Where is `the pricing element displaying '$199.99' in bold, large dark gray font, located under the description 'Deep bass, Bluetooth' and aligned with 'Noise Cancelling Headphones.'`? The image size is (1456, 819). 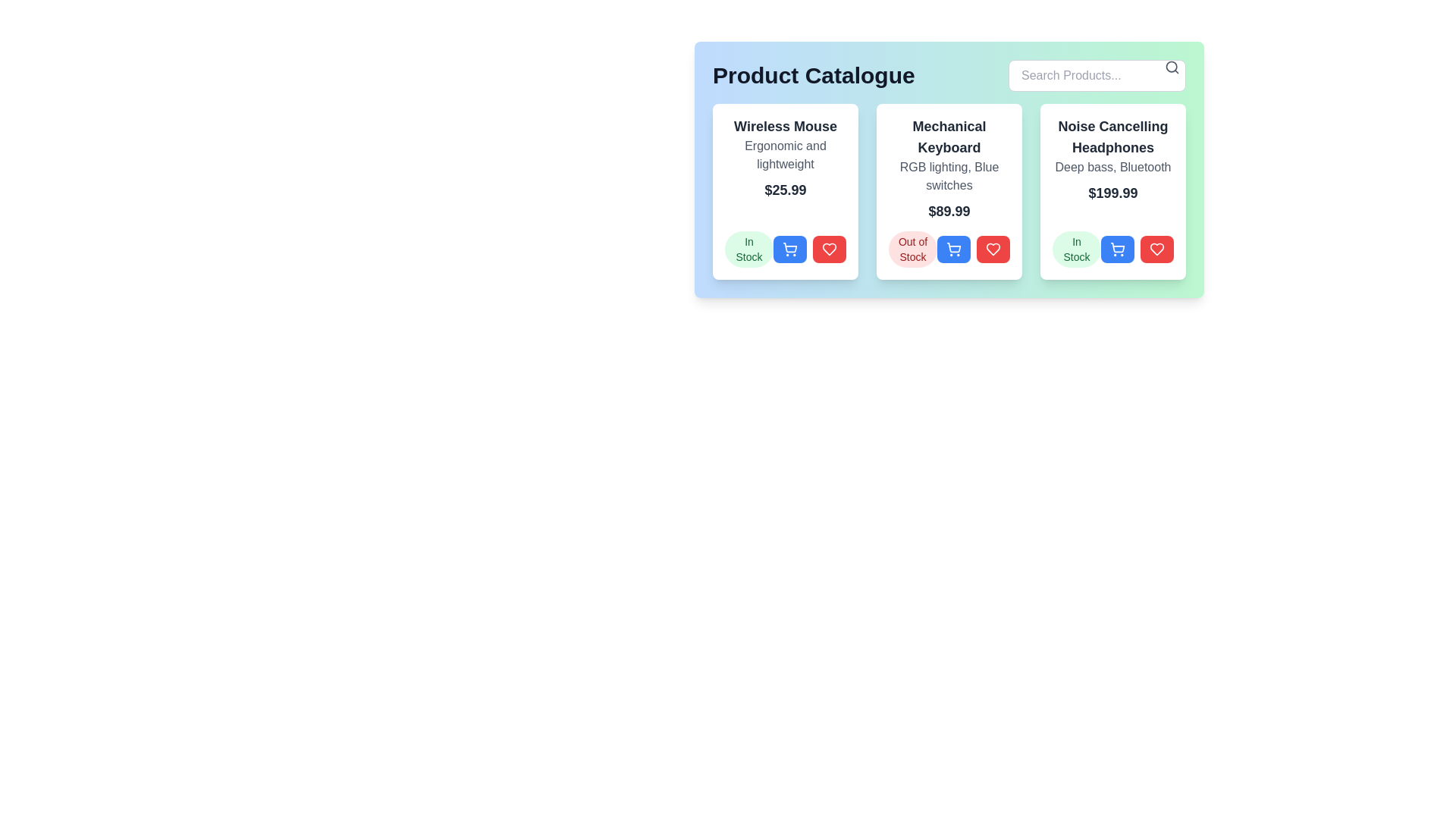 the pricing element displaying '$199.99' in bold, large dark gray font, located under the description 'Deep bass, Bluetooth' and aligned with 'Noise Cancelling Headphones.' is located at coordinates (1113, 192).